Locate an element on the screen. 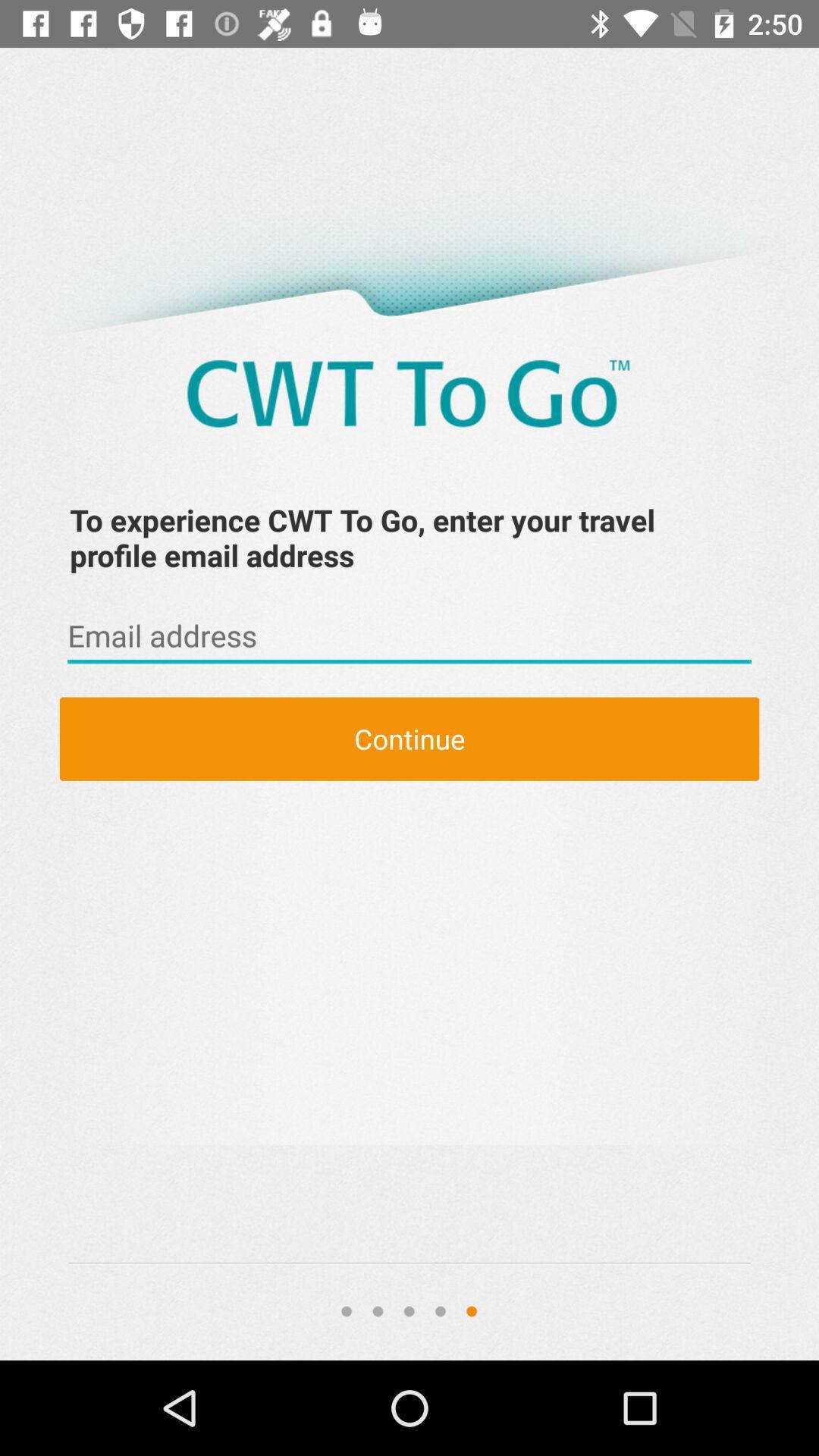  continue item is located at coordinates (409, 739).